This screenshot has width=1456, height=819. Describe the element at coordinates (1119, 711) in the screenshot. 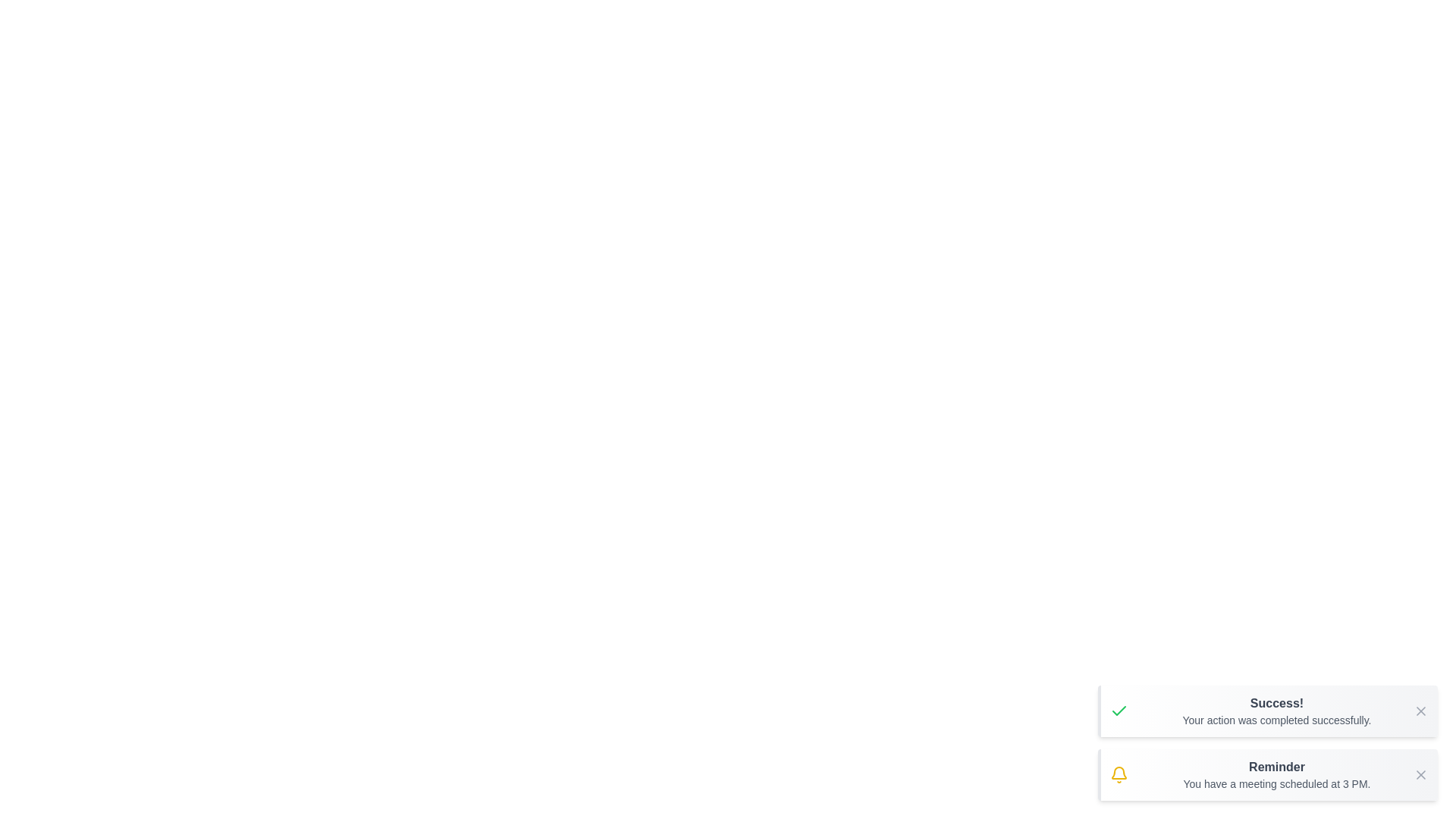

I see `the icon representing the notification type for the notification titled 'Success!'` at that location.